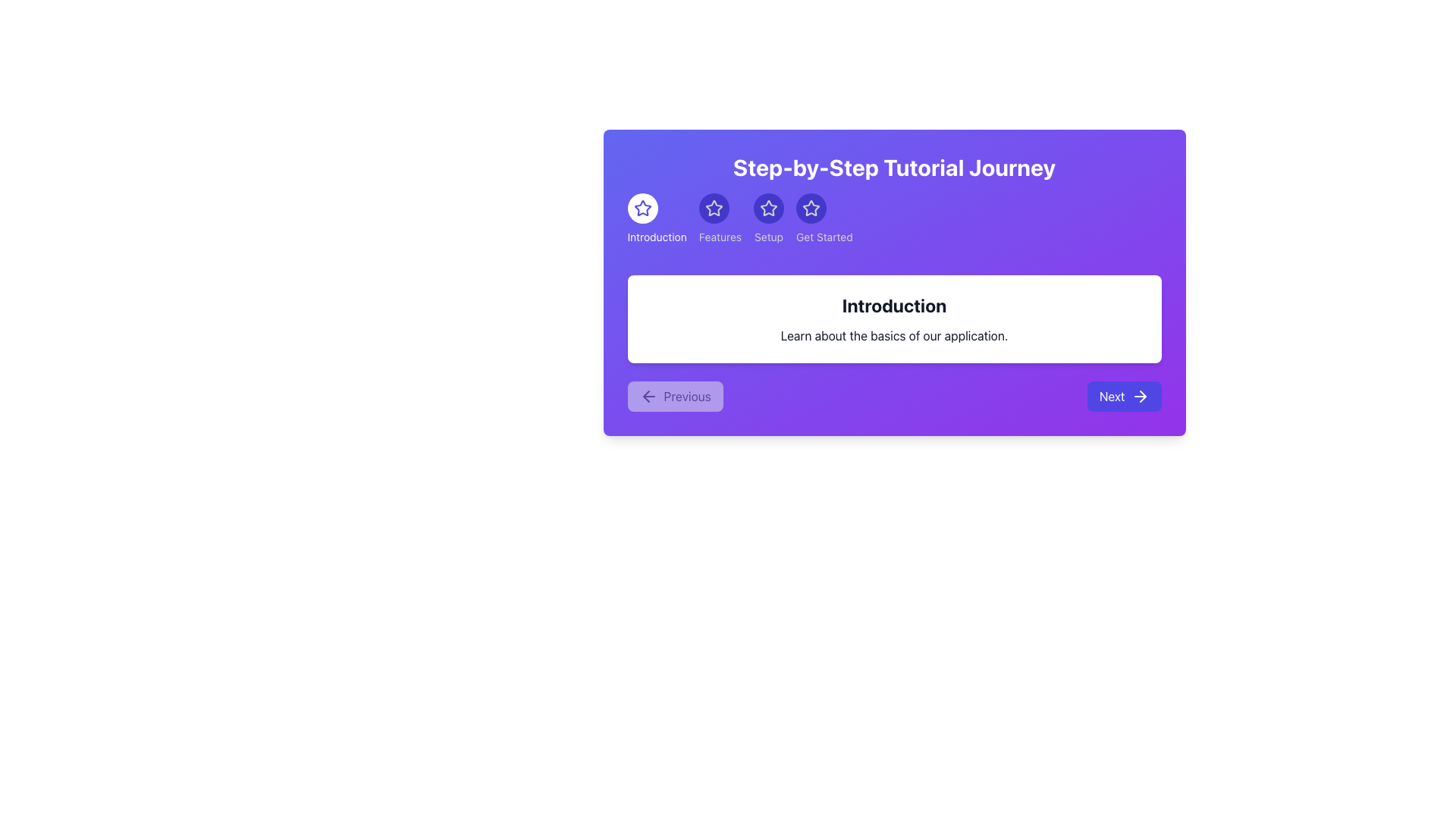  Describe the element at coordinates (769, 208) in the screenshot. I see `the star icon labeled 'Setup' which indicates the current step in the tutorial interface` at that location.